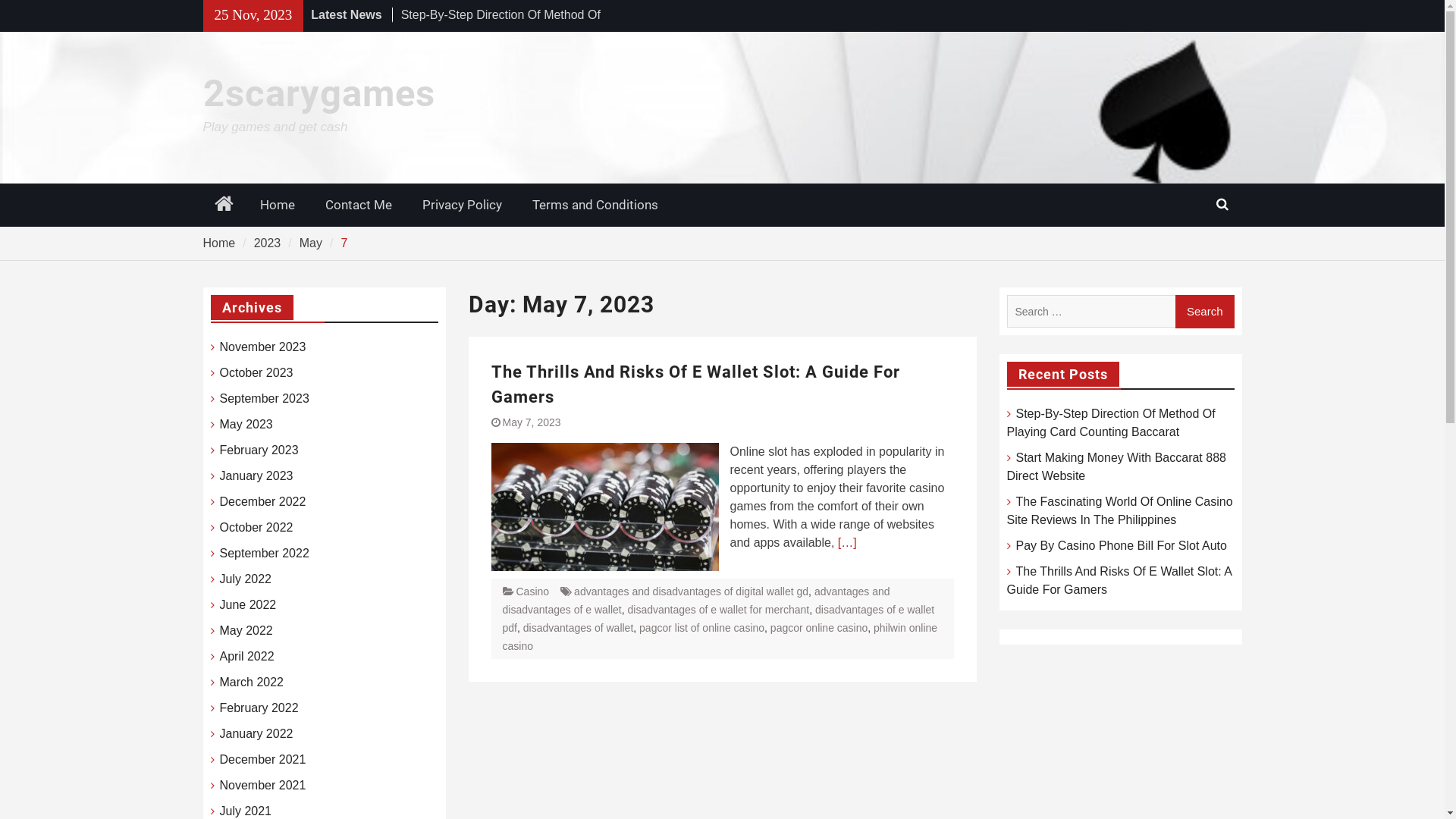 The height and width of the screenshot is (819, 1456). What do you see at coordinates (578, 628) in the screenshot?
I see `'disadvantages of wallet'` at bounding box center [578, 628].